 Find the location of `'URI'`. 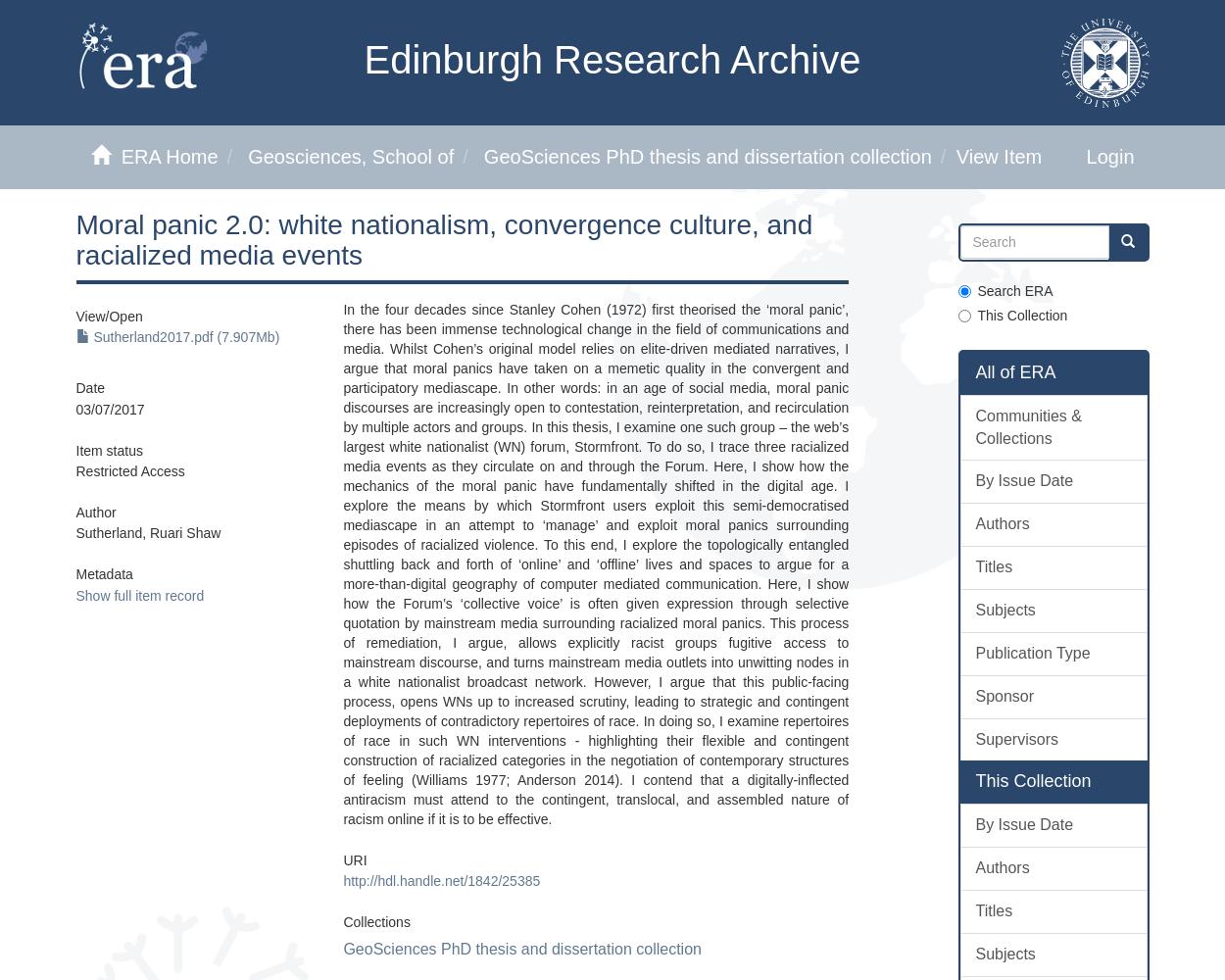

'URI' is located at coordinates (354, 859).